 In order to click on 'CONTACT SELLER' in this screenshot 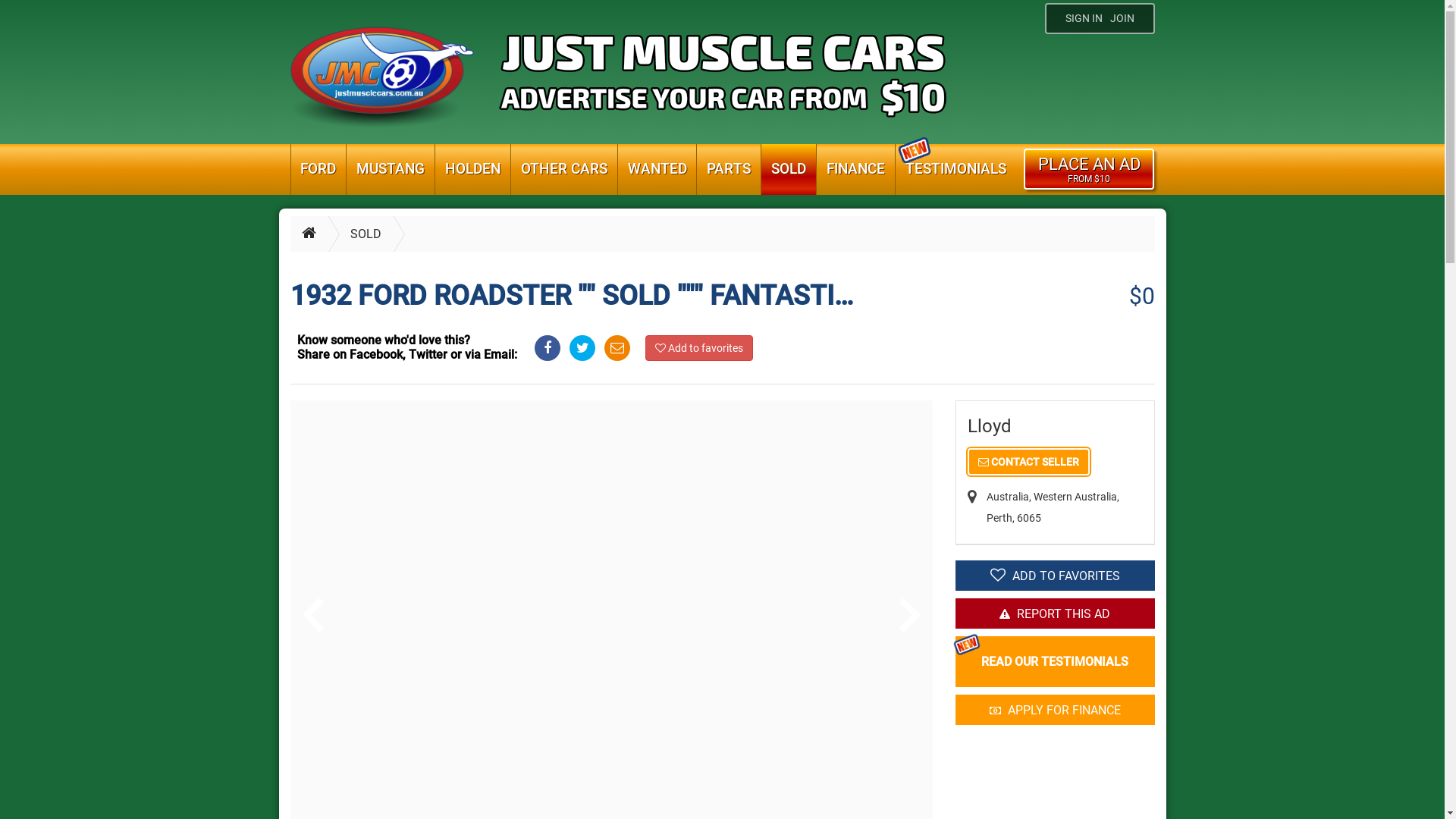, I will do `click(1028, 461)`.